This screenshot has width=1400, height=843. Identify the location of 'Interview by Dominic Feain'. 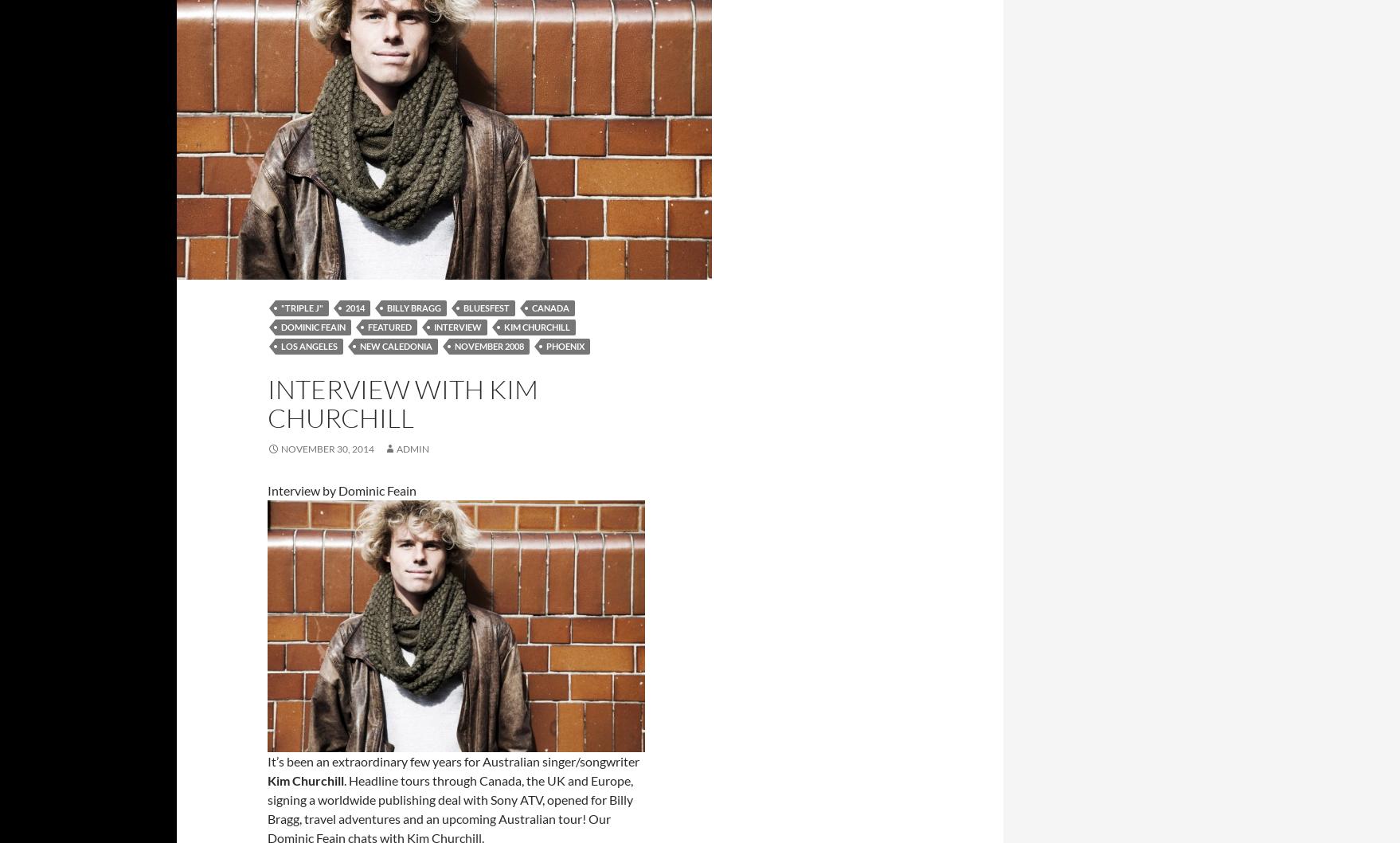
(342, 490).